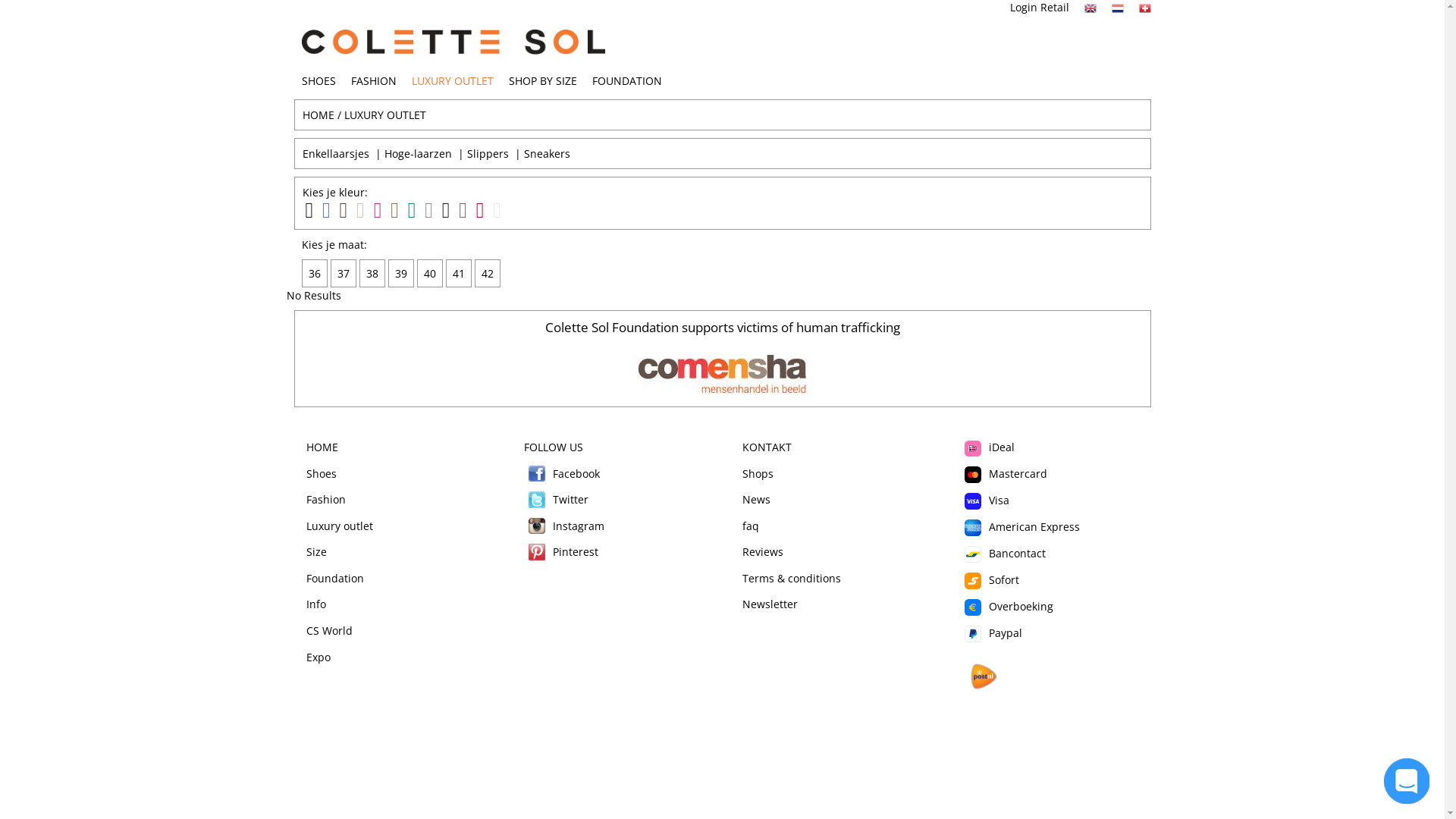 The width and height of the screenshot is (1456, 819). I want to click on '41 ', so click(459, 273).